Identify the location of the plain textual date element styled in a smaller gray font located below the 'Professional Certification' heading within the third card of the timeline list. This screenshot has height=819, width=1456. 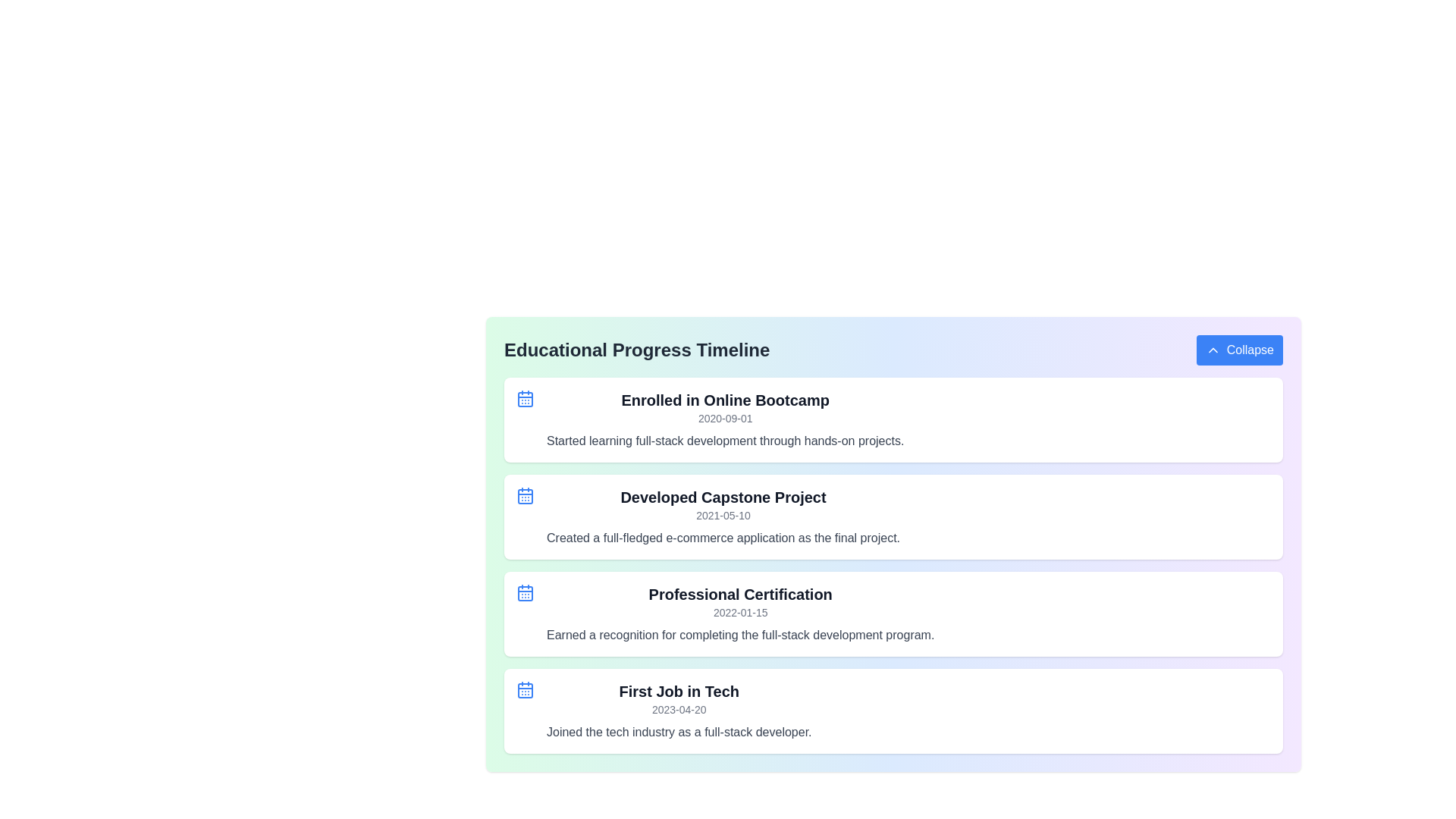
(740, 611).